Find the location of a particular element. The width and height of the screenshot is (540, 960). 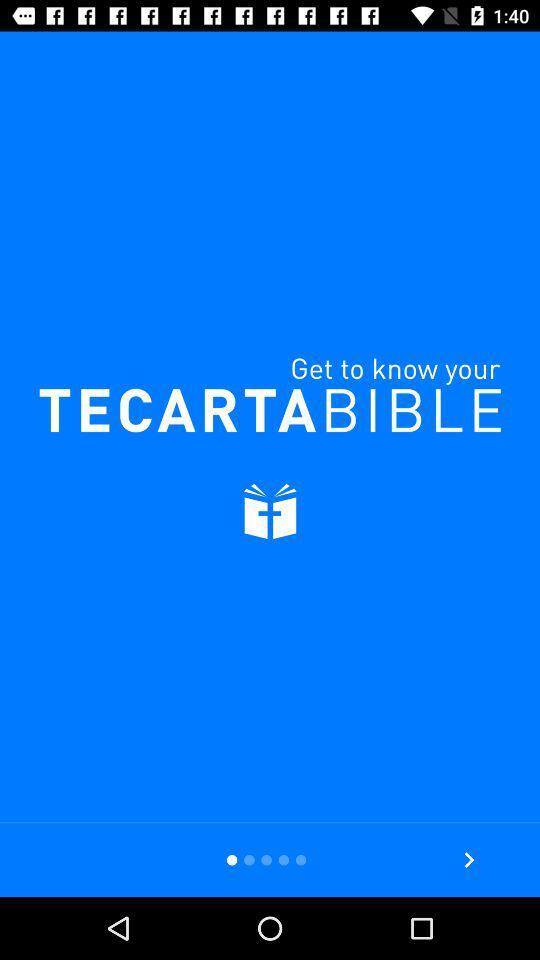

the icon at the bottom right corner is located at coordinates (469, 859).